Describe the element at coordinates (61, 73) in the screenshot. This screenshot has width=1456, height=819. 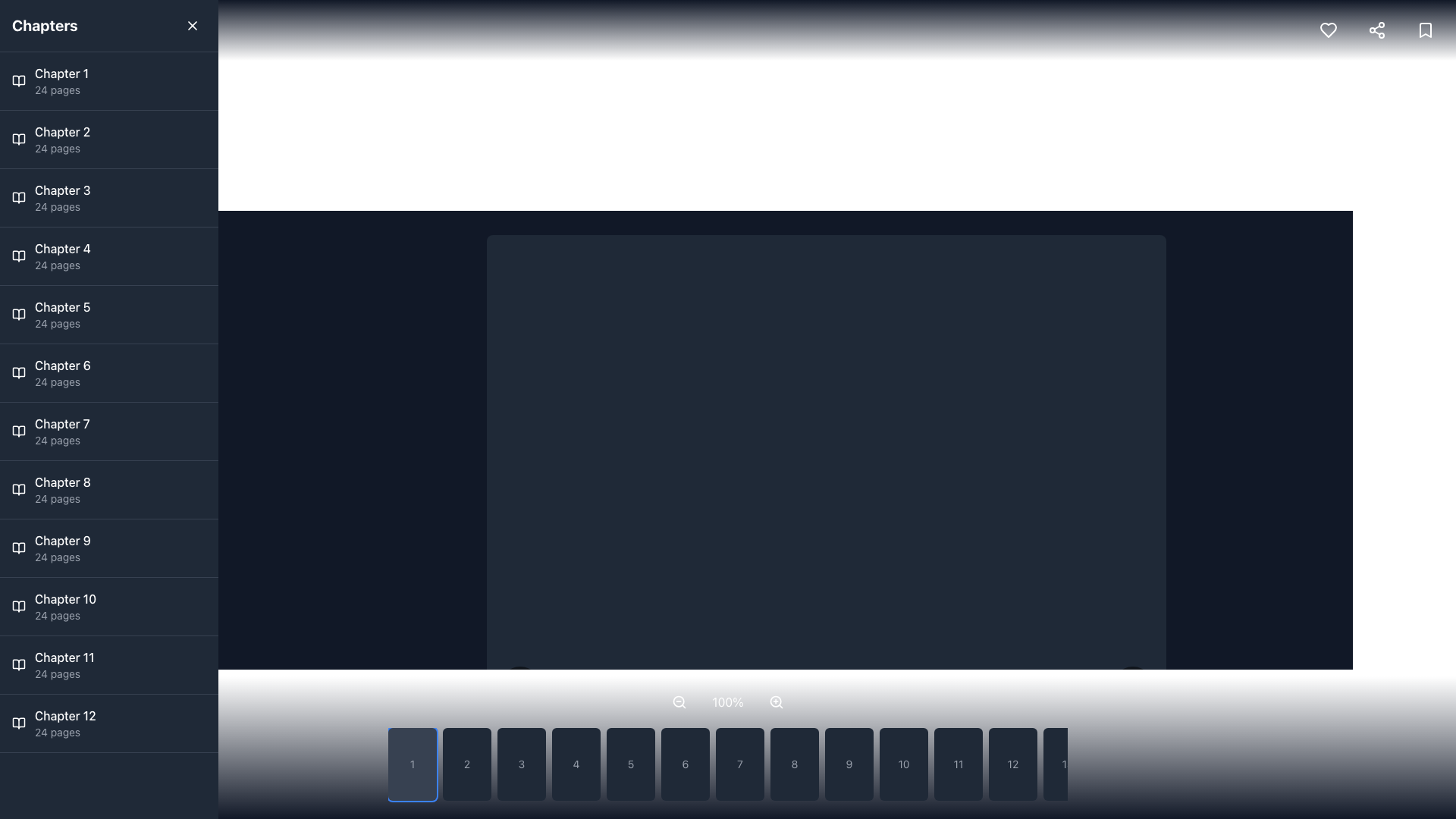
I see `the Text label that denotes Chapter 1 in the sidebar list of chapters` at that location.